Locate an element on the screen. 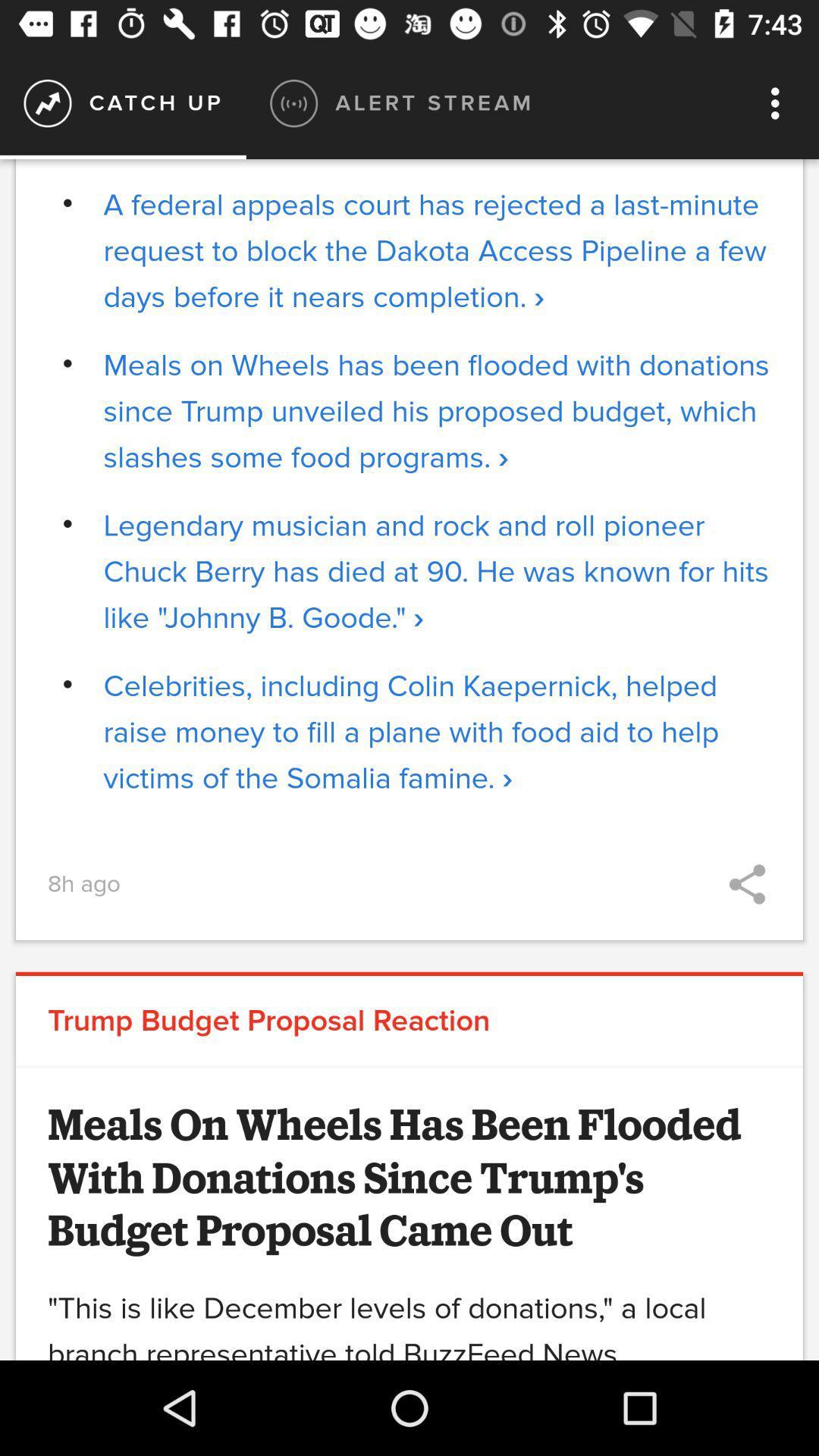 The width and height of the screenshot is (819, 1456). a federal appeals is located at coordinates (437, 251).